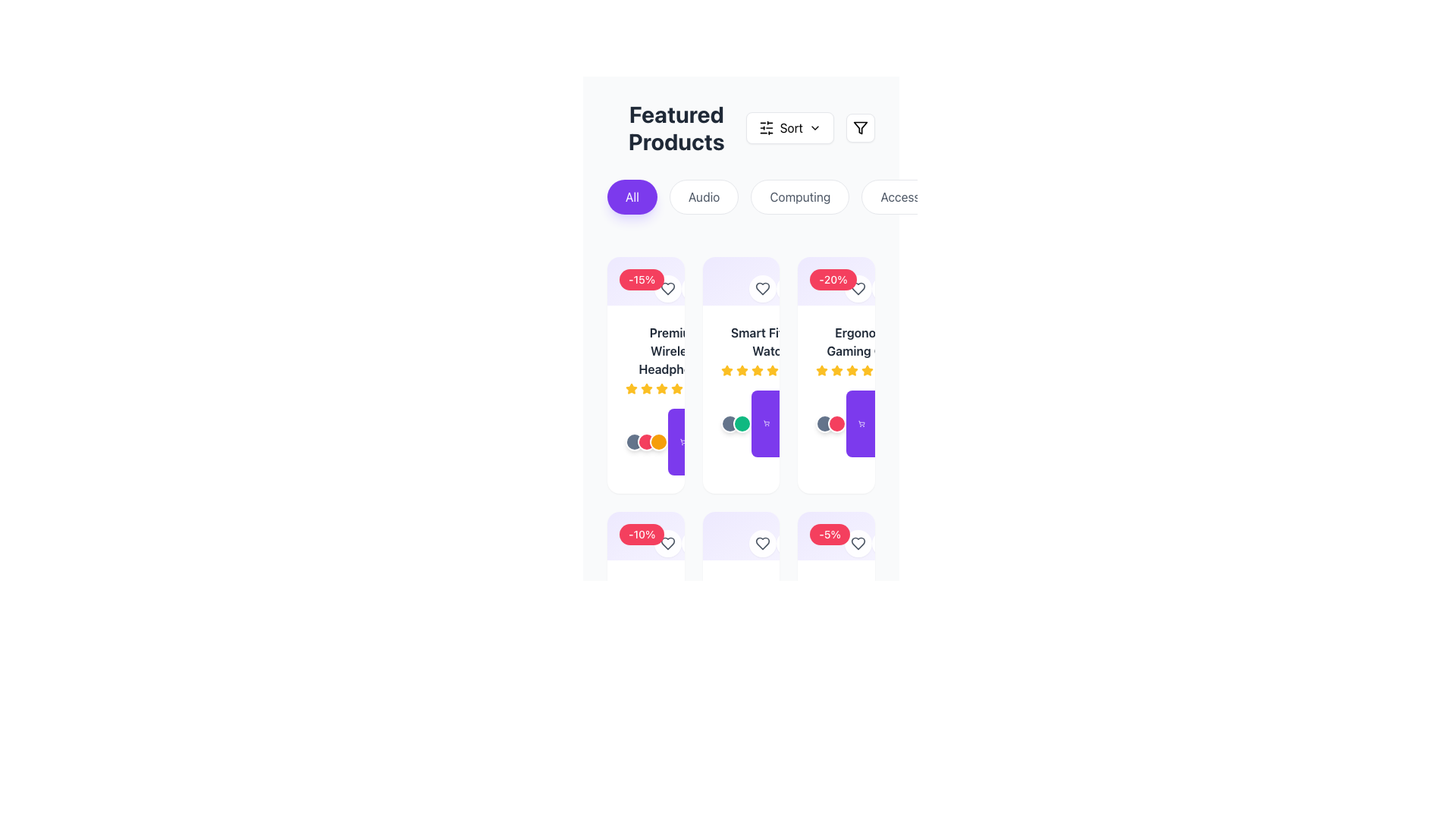  I want to click on the first interactive icon or button representing a variant selector for the Smart Fit Watch, so click(824, 424).